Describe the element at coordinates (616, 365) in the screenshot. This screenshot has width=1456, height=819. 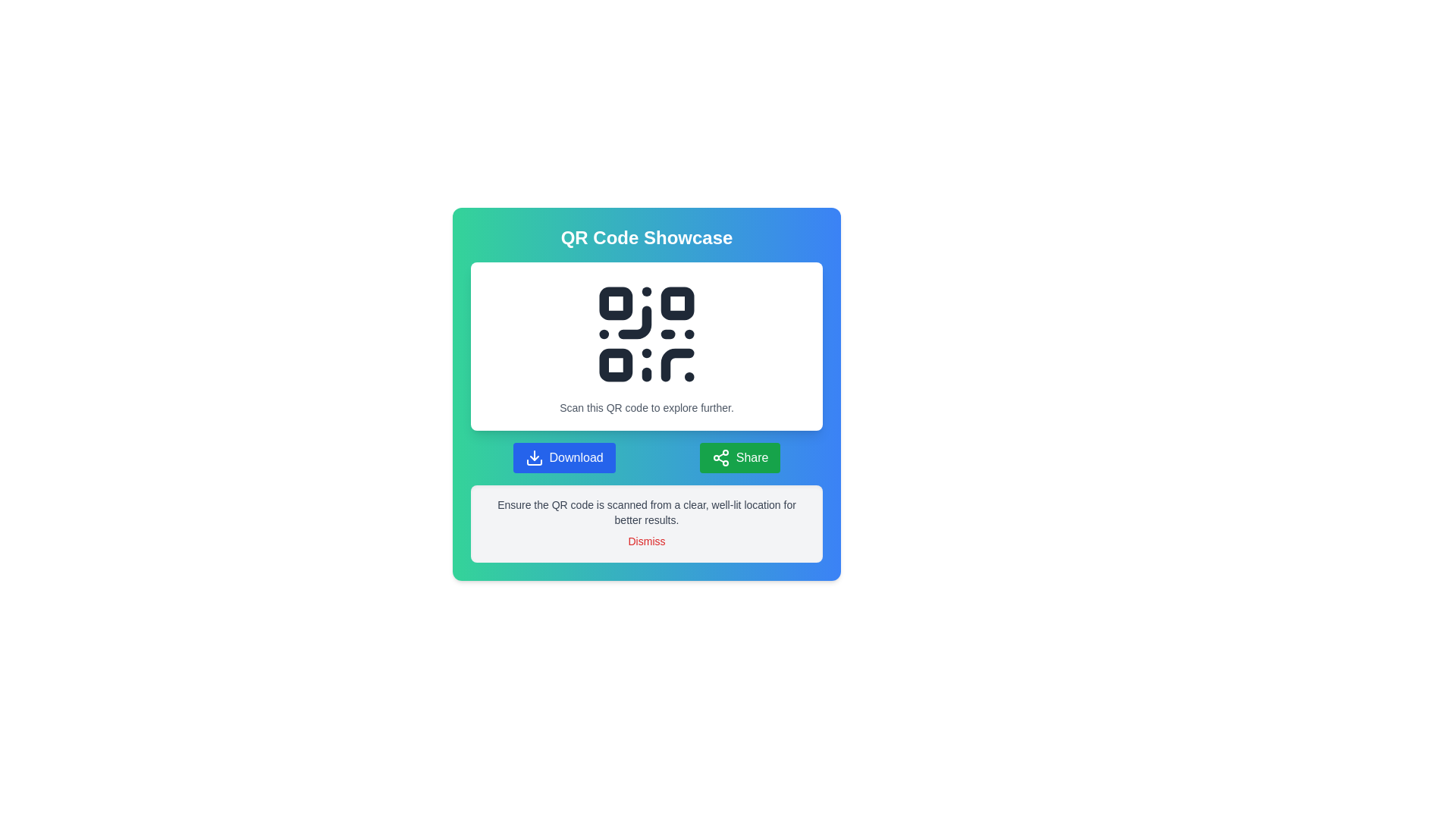
I see `the bottom-left square block of the QR code, which is part of the alignment markers used for QR code scanning` at that location.